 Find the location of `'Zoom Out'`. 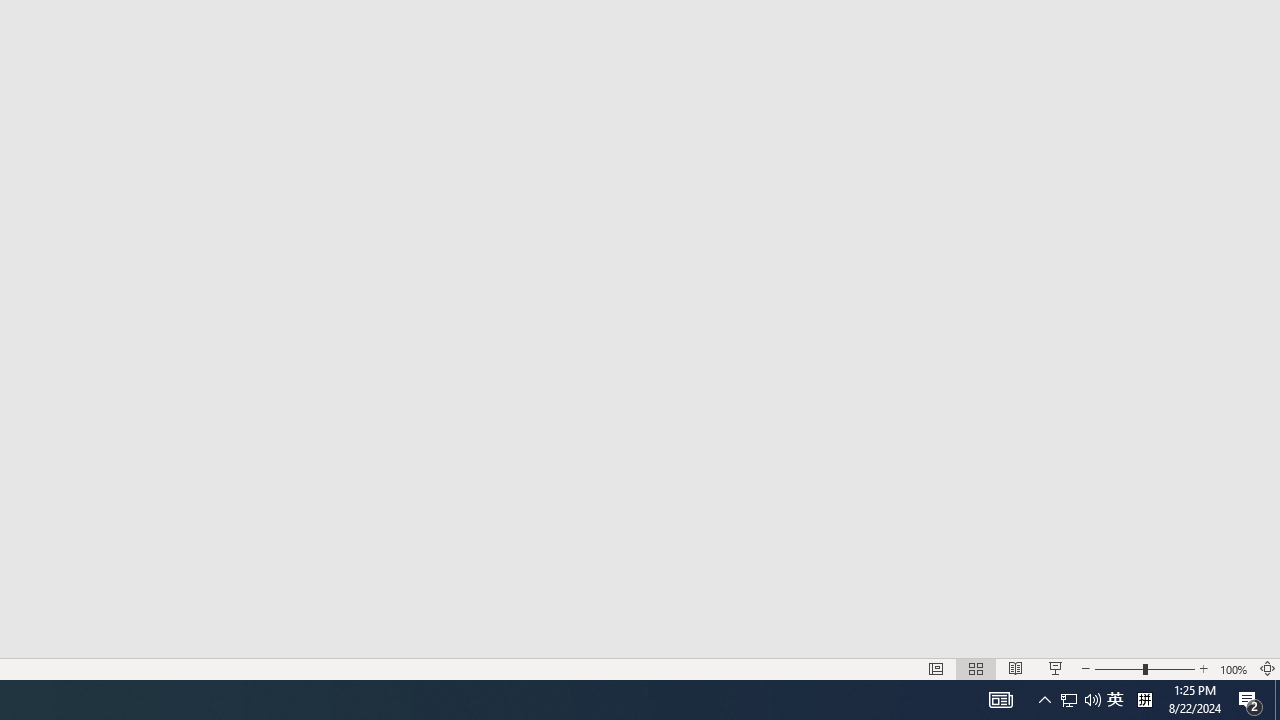

'Zoom Out' is located at coordinates (1117, 669).